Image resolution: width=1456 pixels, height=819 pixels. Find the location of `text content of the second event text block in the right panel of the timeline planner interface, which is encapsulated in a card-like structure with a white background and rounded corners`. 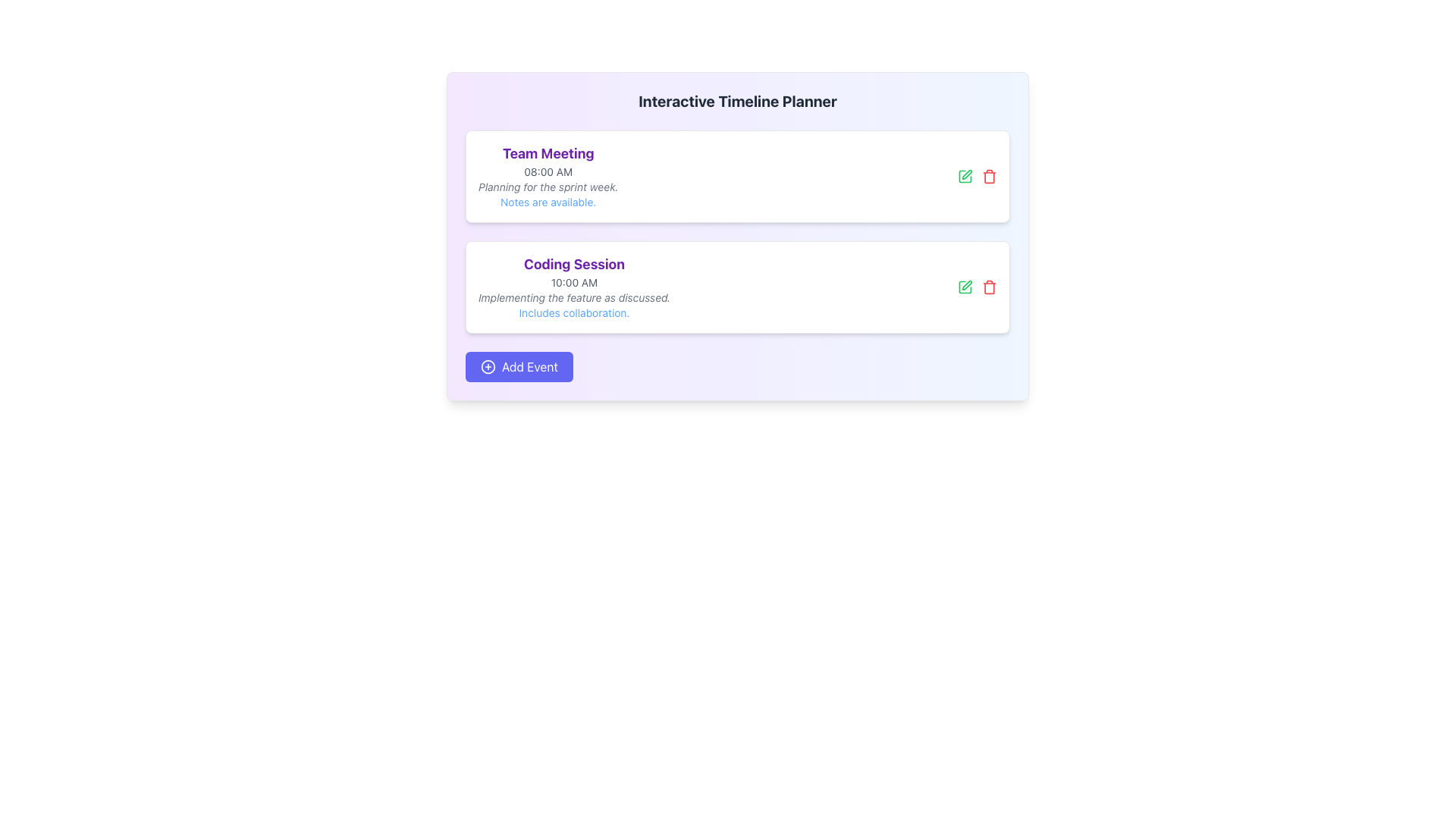

text content of the second event text block in the right panel of the timeline planner interface, which is encapsulated in a card-like structure with a white background and rounded corners is located at coordinates (573, 287).